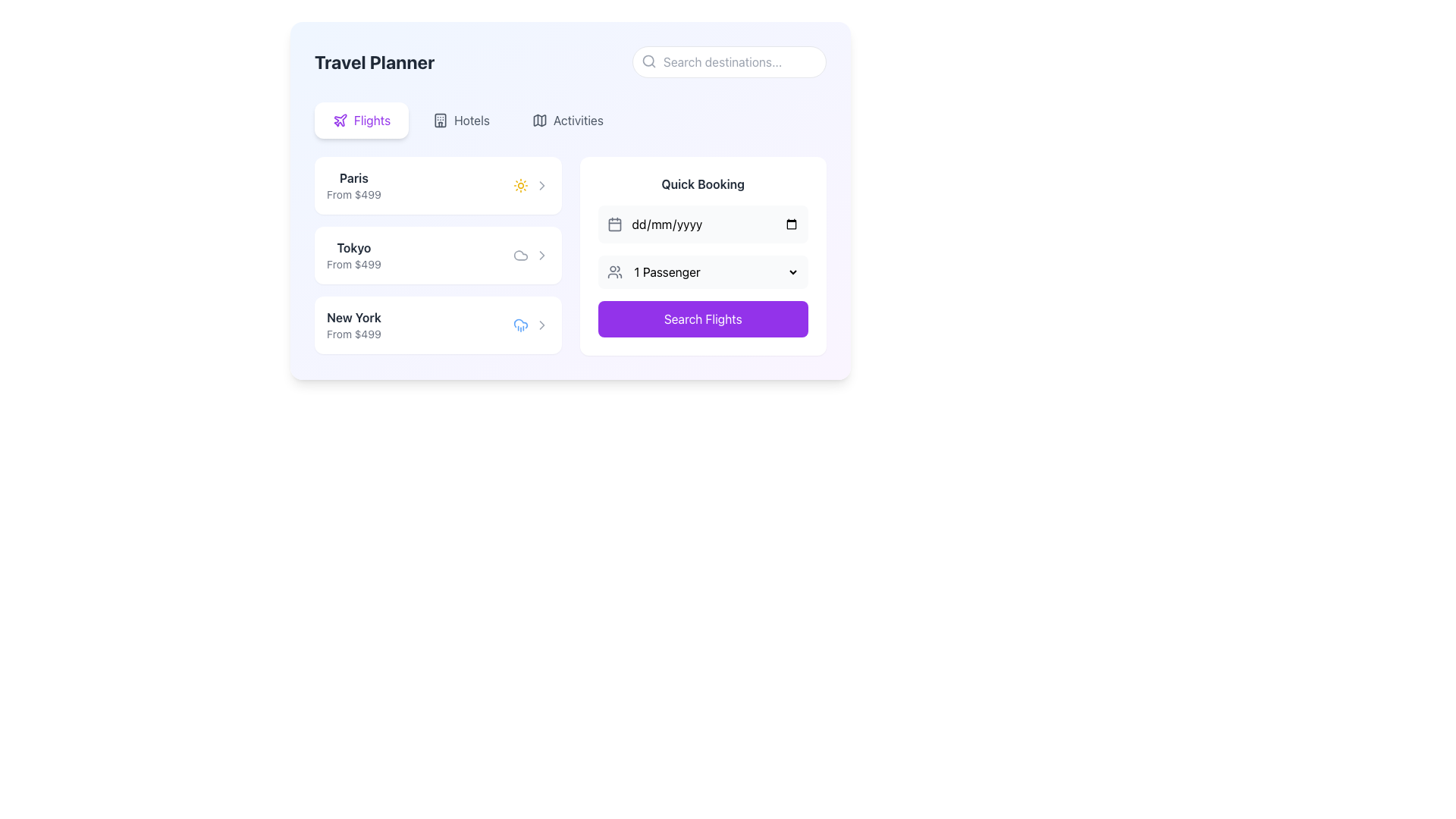 This screenshot has width=1456, height=819. I want to click on the navigation menu or tab bar in the 'Travel Planner' section, so click(570, 119).